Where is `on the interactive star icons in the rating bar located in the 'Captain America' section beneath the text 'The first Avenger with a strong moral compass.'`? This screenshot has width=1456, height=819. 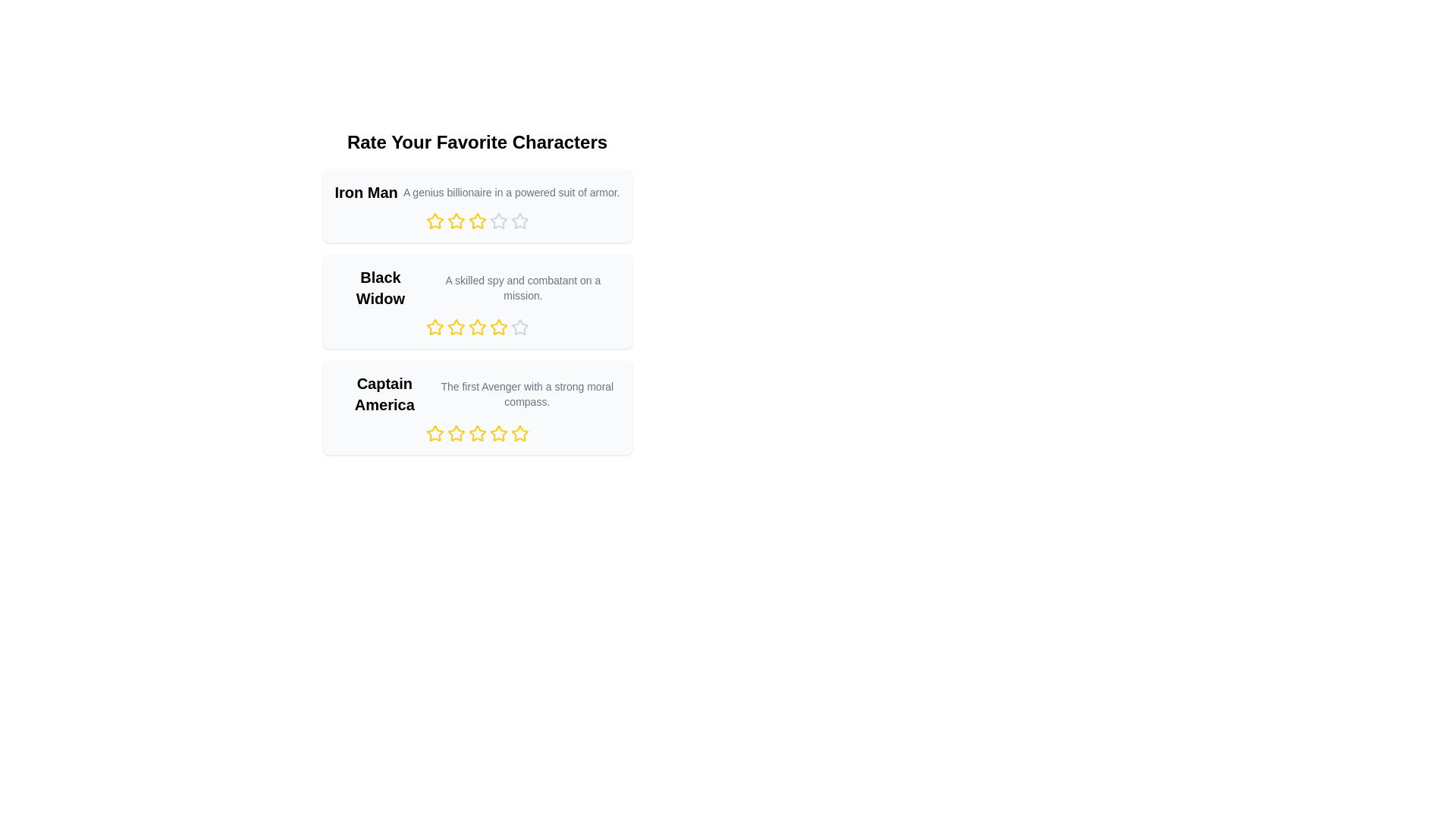 on the interactive star icons in the rating bar located in the 'Captain America' section beneath the text 'The first Avenger with a strong moral compass.' is located at coordinates (476, 433).